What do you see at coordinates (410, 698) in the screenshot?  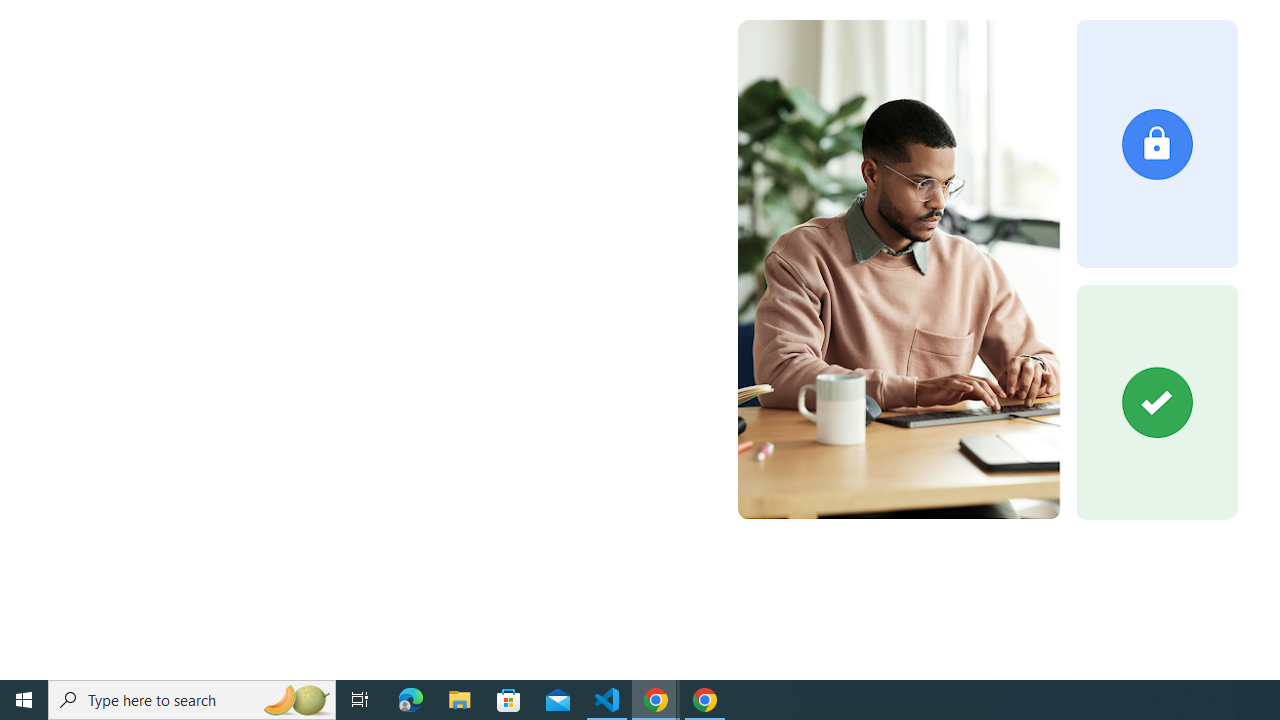 I see `'Microsoft Edge'` at bounding box center [410, 698].